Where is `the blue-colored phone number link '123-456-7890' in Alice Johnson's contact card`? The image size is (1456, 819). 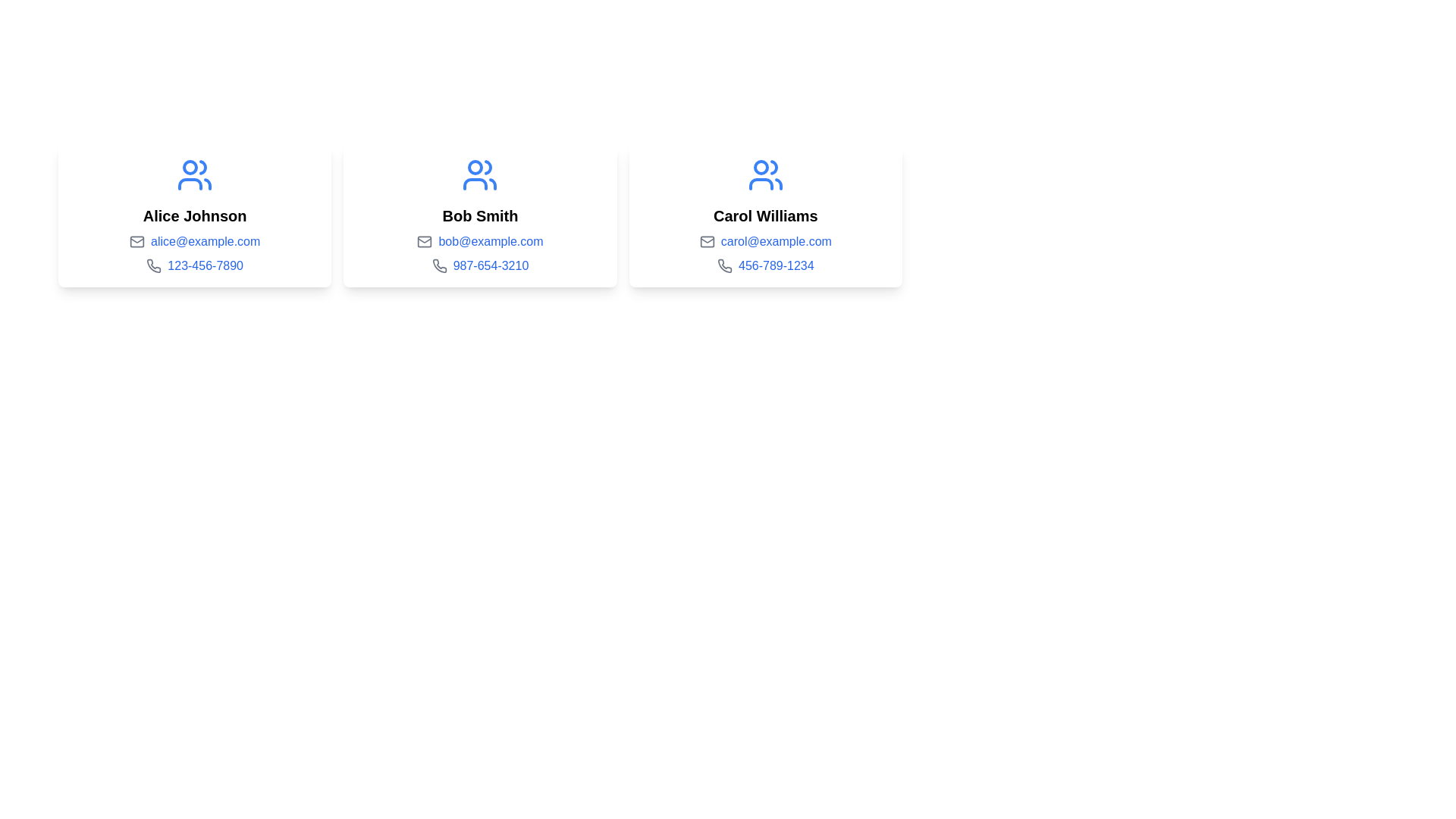 the blue-colored phone number link '123-456-7890' in Alice Johnson's contact card is located at coordinates (205, 265).